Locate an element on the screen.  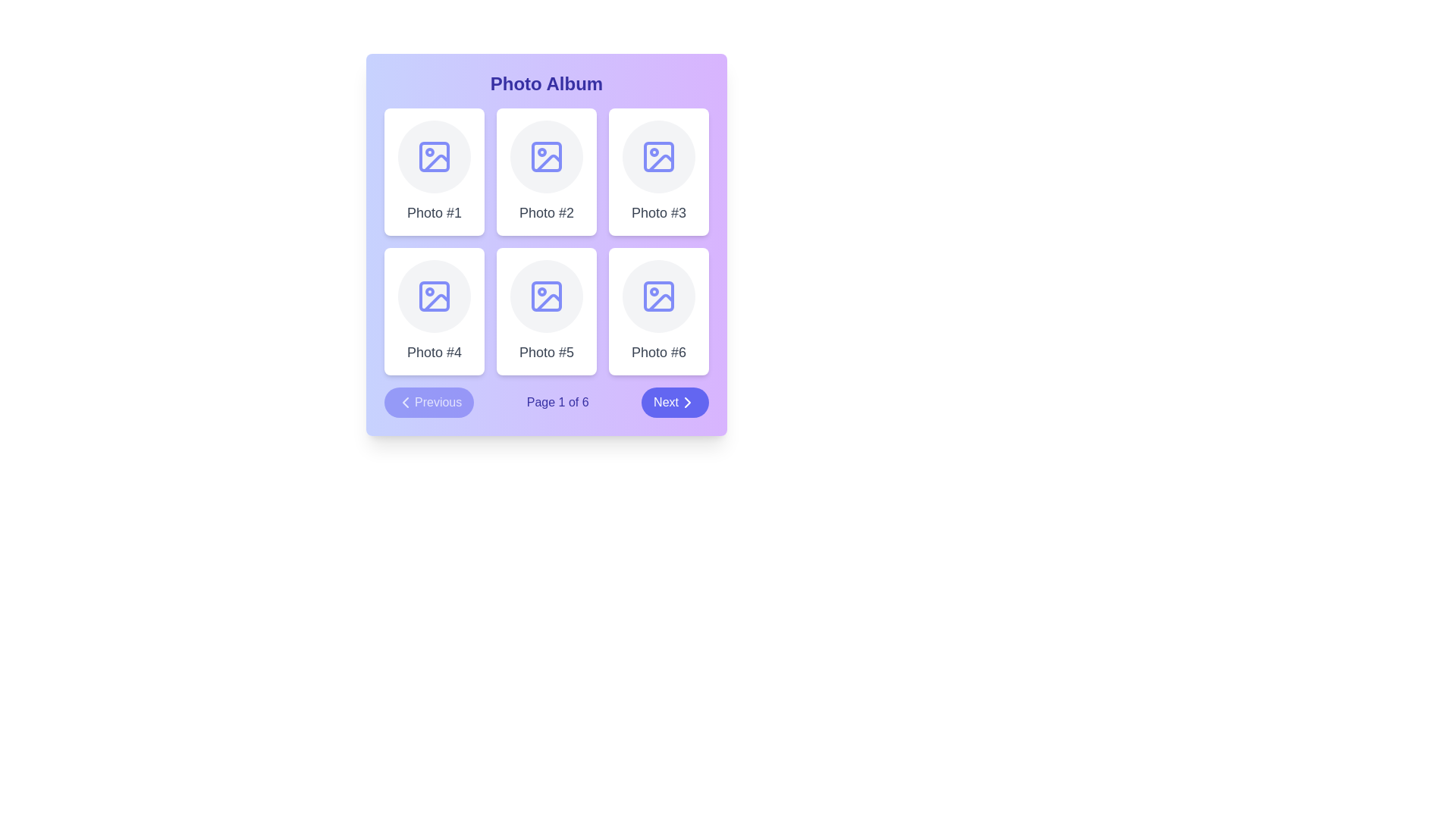
the sixth photo card in the album gallery is located at coordinates (658, 311).